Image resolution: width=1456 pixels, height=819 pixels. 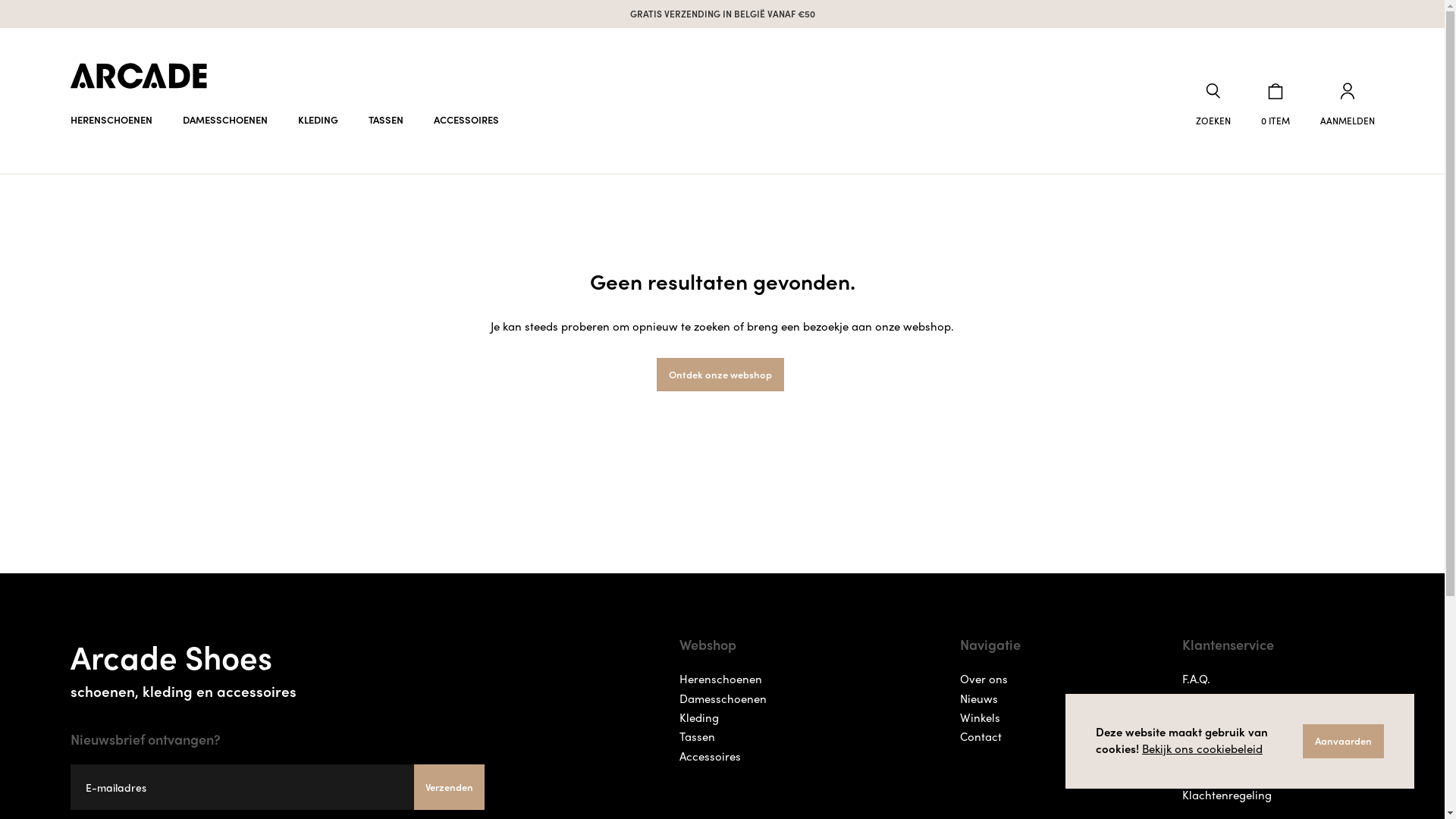 I want to click on 'Ontdek onze webshop', so click(x=720, y=375).